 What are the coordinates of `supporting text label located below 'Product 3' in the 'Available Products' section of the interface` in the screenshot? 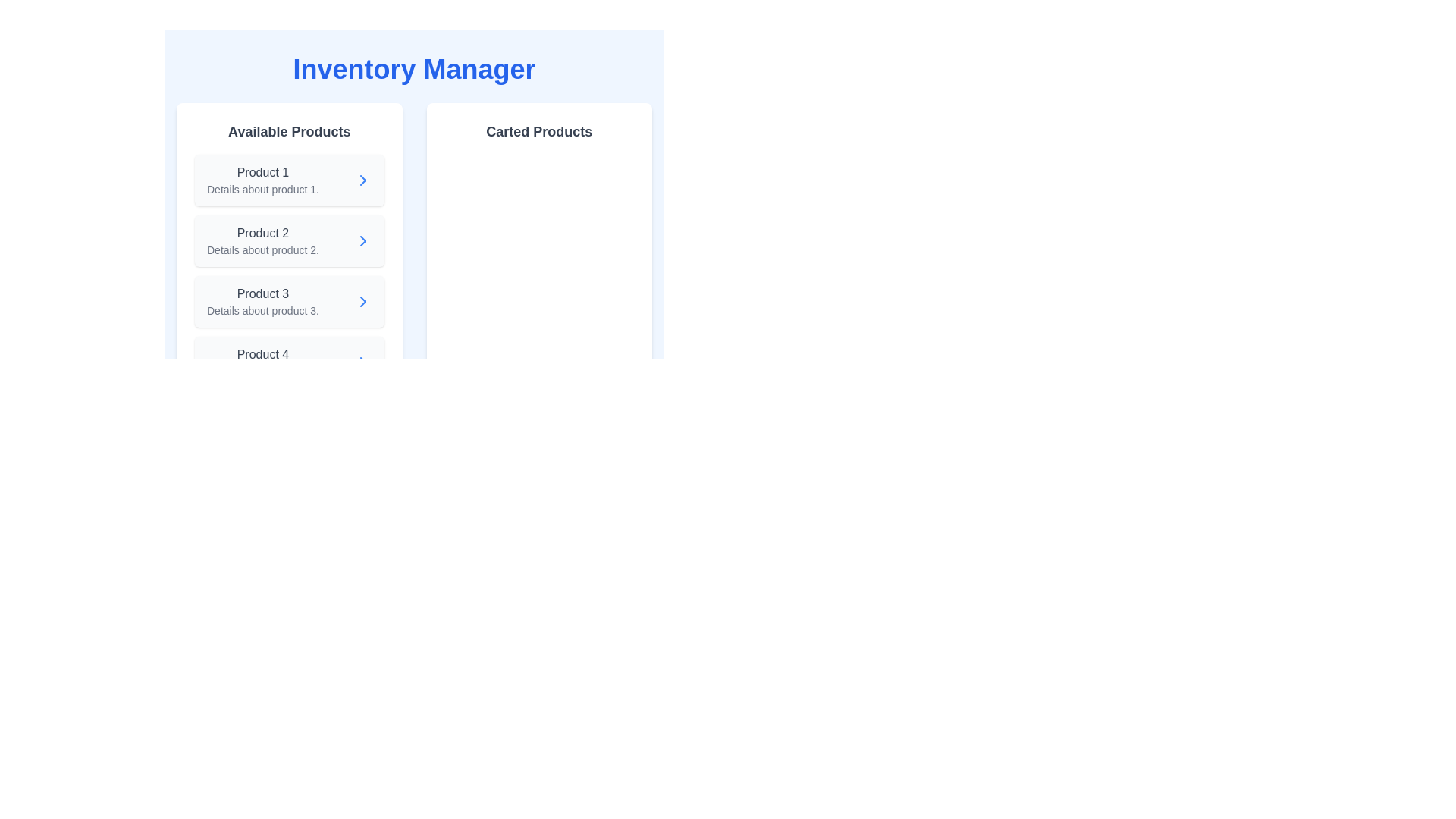 It's located at (262, 309).